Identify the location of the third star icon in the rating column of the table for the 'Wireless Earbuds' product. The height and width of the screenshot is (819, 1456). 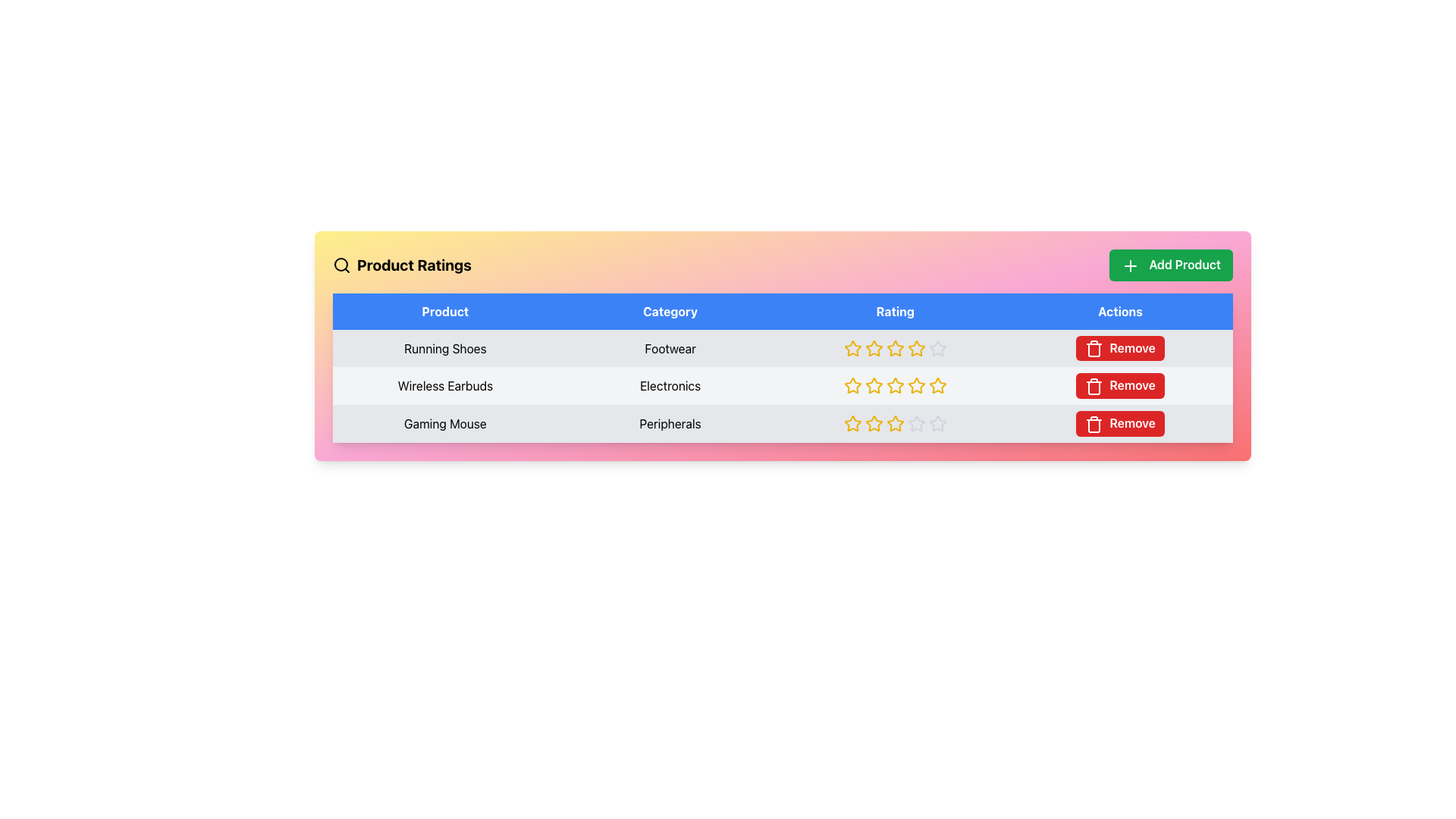
(852, 384).